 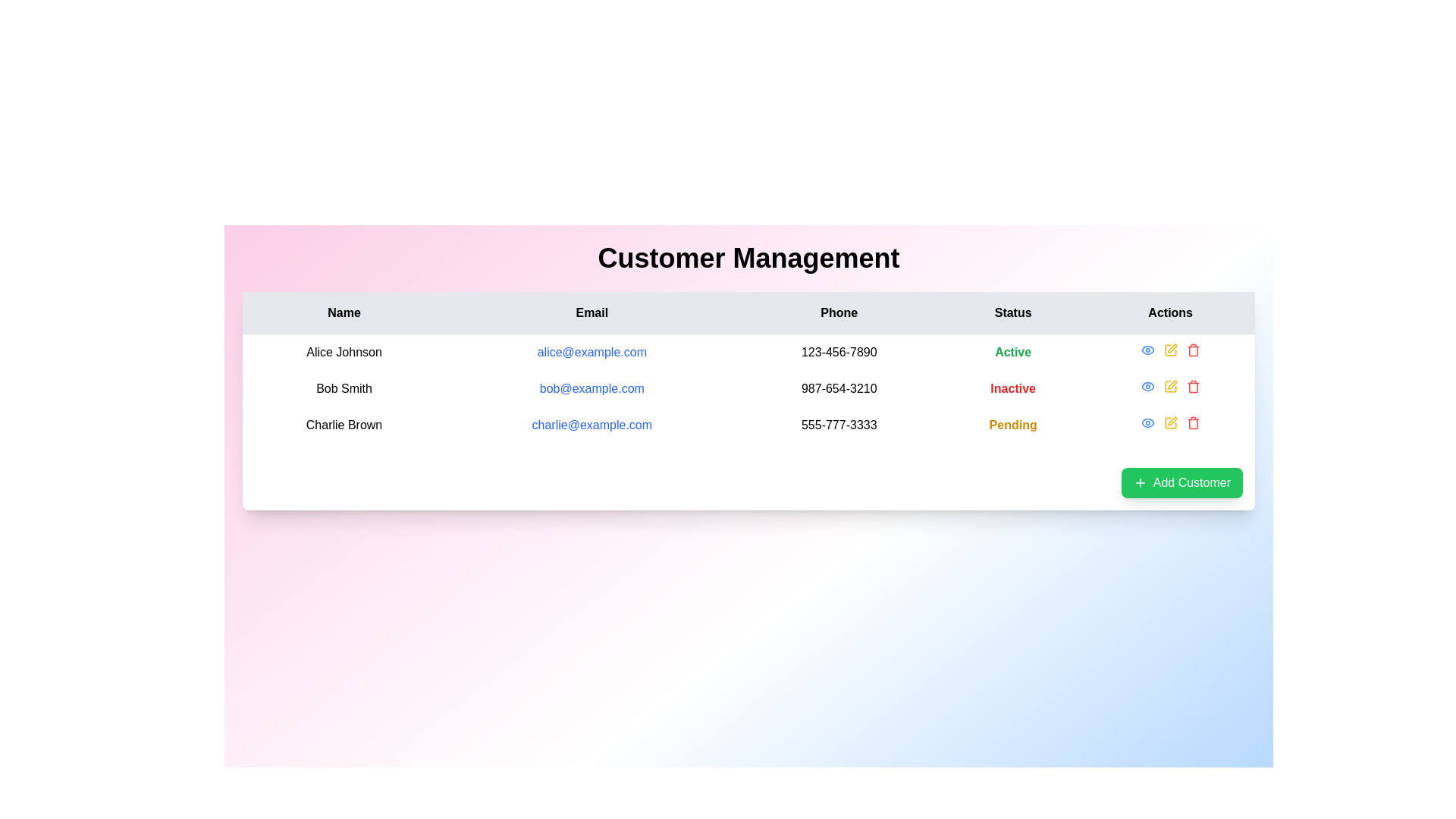 I want to click on the static text element displaying the contact phone number ('987-654-3210') for 'Bob Smith', located in the 'Phone' column of the row, to the right of the email field and to the left of the status field, so click(x=838, y=388).